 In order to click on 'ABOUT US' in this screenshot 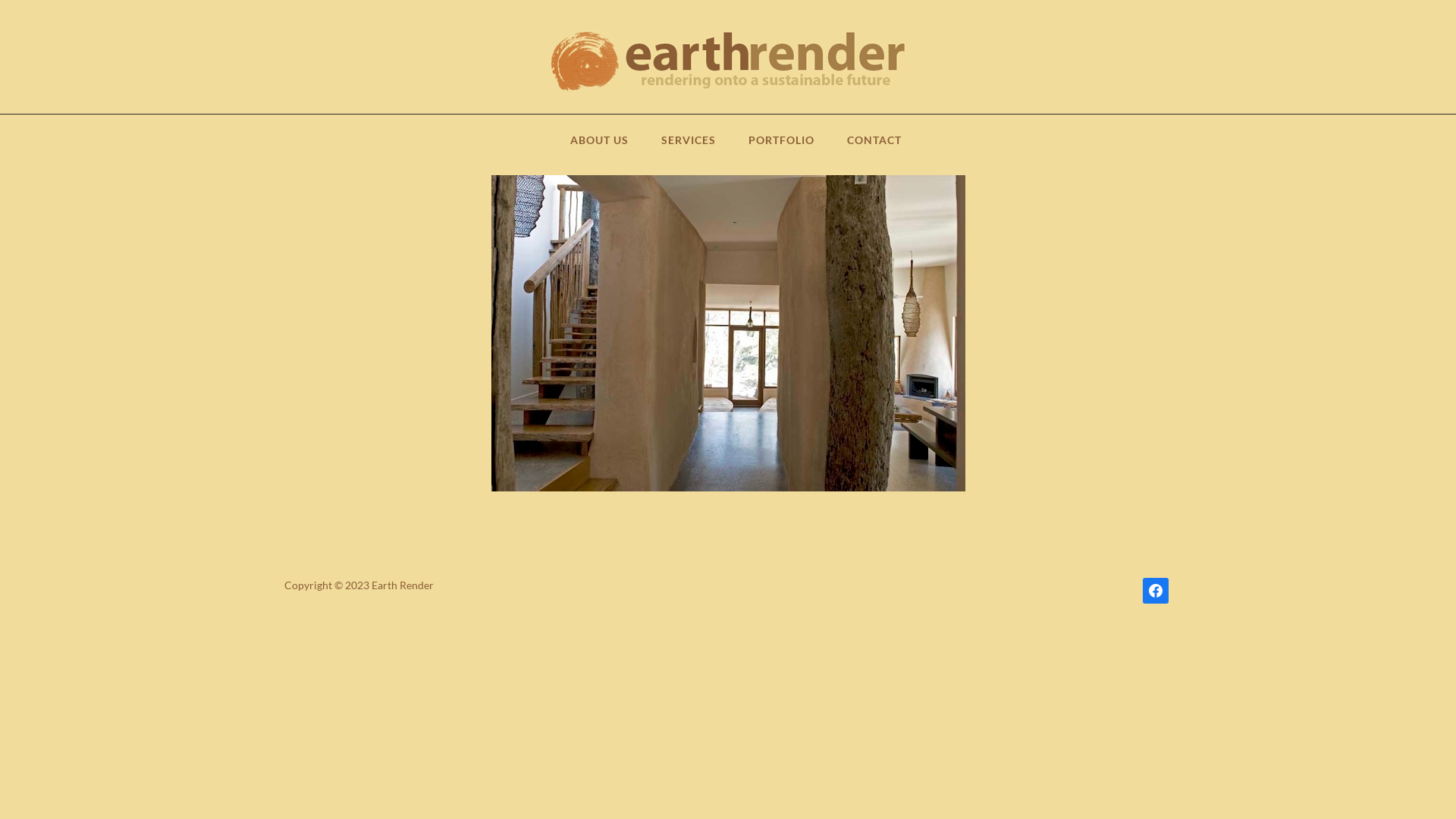, I will do `click(570, 146)`.